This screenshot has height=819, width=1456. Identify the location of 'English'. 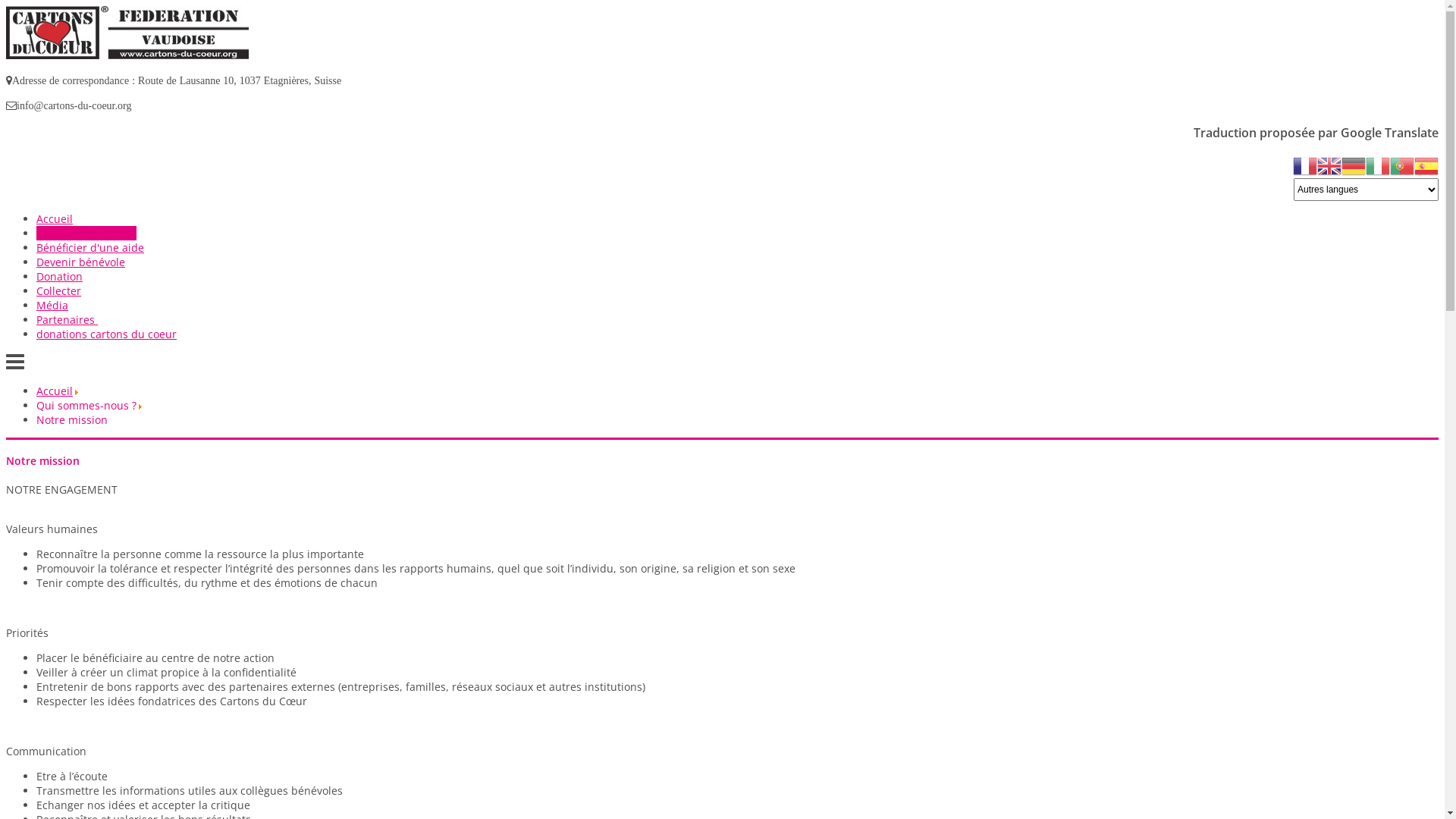
(1316, 165).